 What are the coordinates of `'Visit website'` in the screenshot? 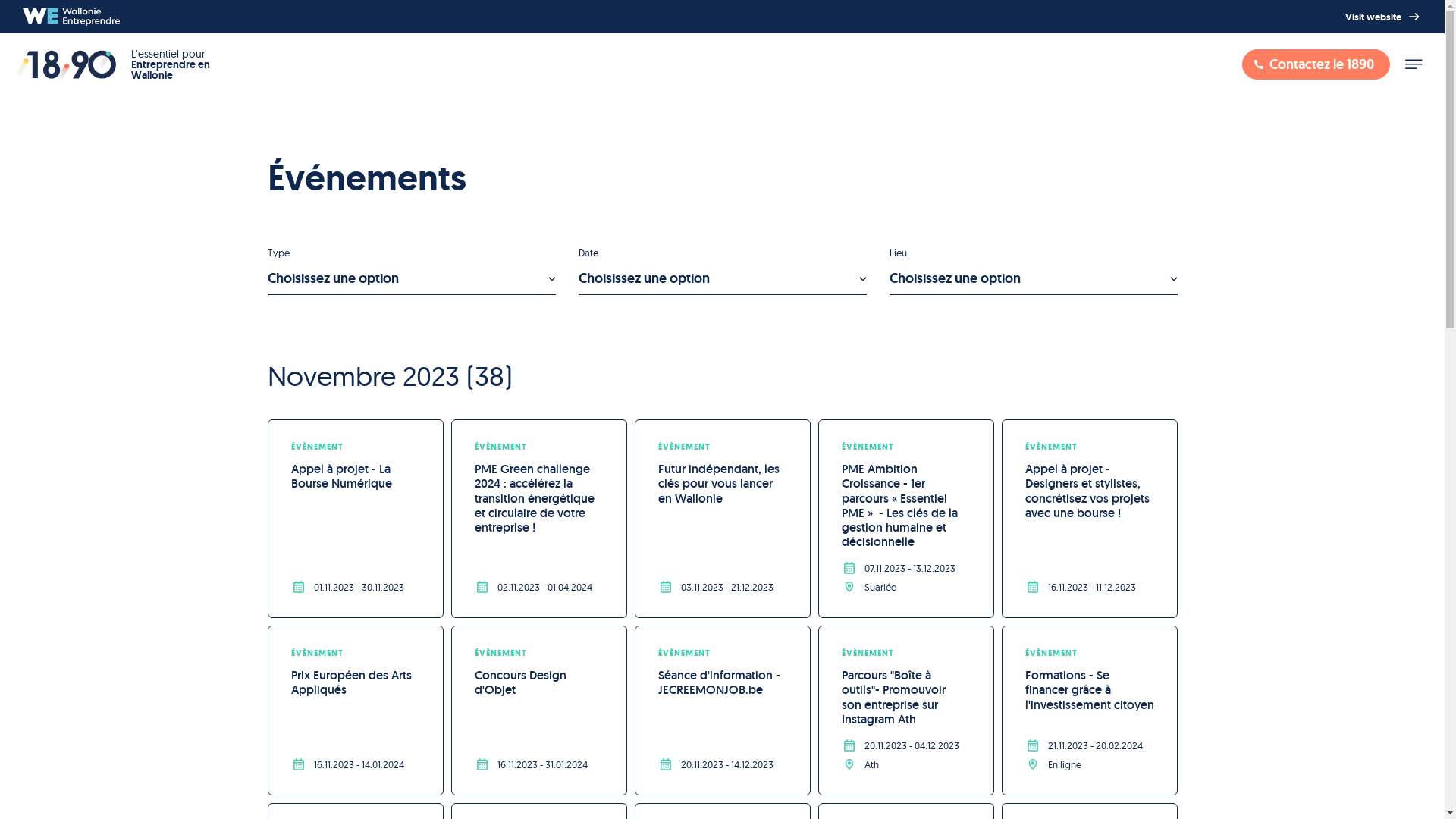 It's located at (1383, 17).